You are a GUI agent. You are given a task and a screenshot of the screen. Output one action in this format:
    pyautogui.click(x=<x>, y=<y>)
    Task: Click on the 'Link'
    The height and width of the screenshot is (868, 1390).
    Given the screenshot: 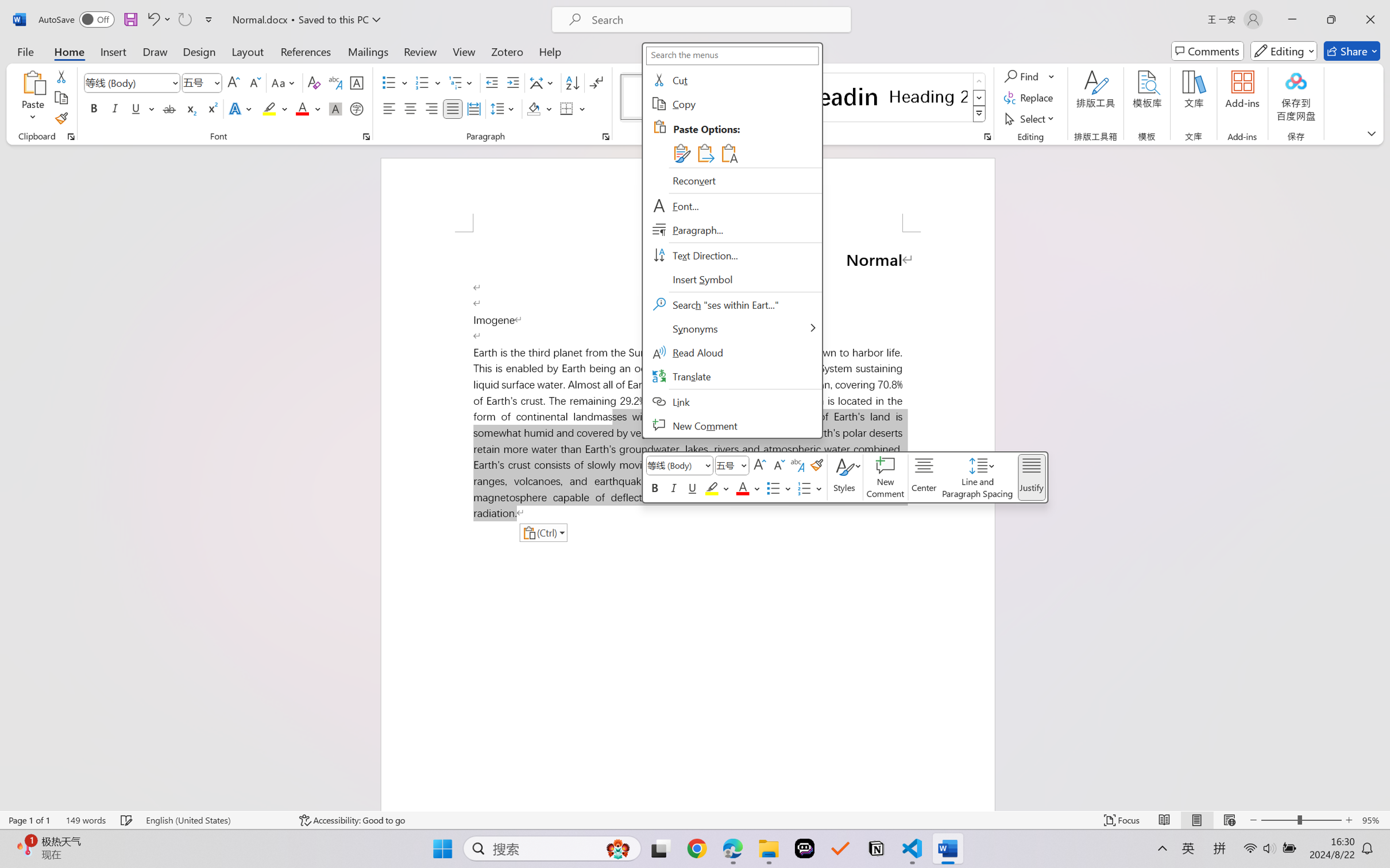 What is the action you would take?
    pyautogui.click(x=731, y=401)
    